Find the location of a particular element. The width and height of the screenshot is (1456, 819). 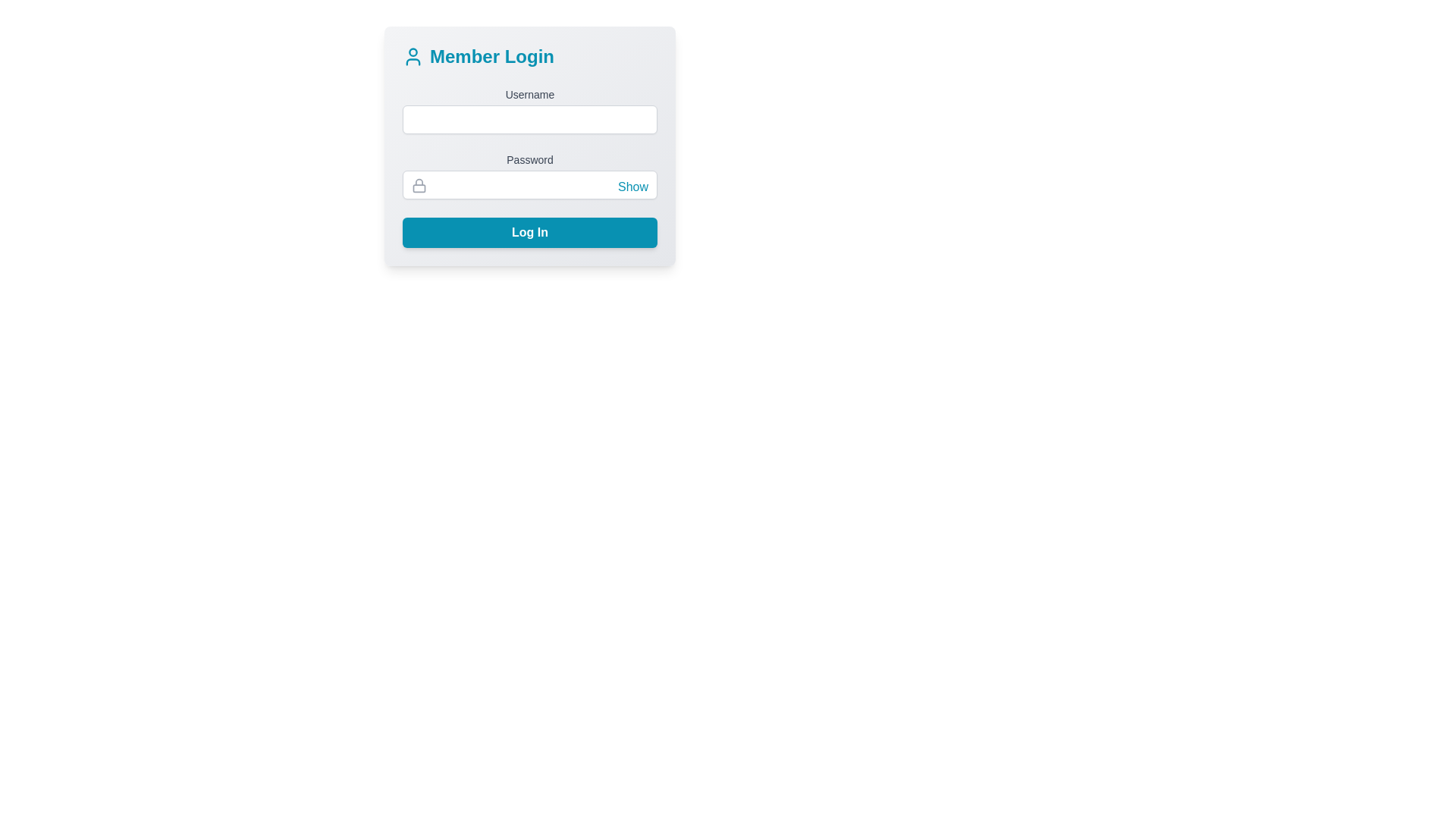

the 'Member Login' text header, which is styled in a large and bold cyan font and located above the 'Username' input field is located at coordinates (530, 55).